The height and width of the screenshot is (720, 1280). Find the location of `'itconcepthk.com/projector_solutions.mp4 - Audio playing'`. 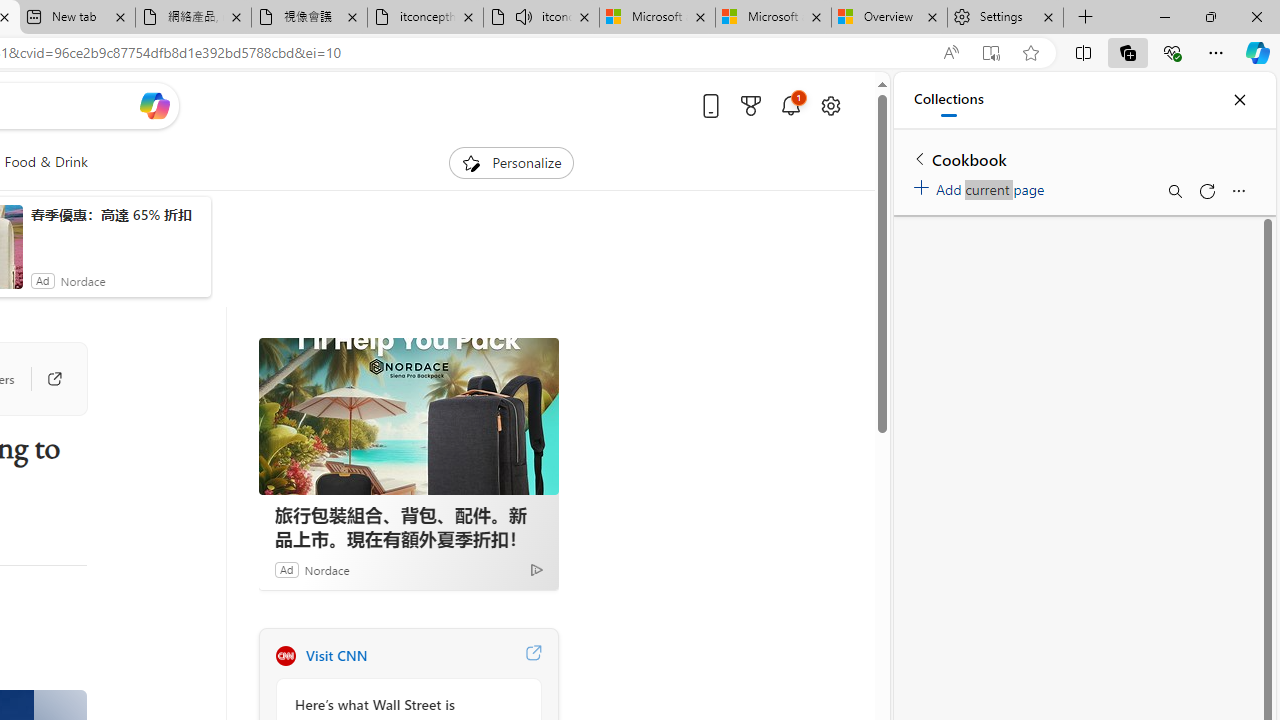

'itconcepthk.com/projector_solutions.mp4 - Audio playing' is located at coordinates (541, 17).